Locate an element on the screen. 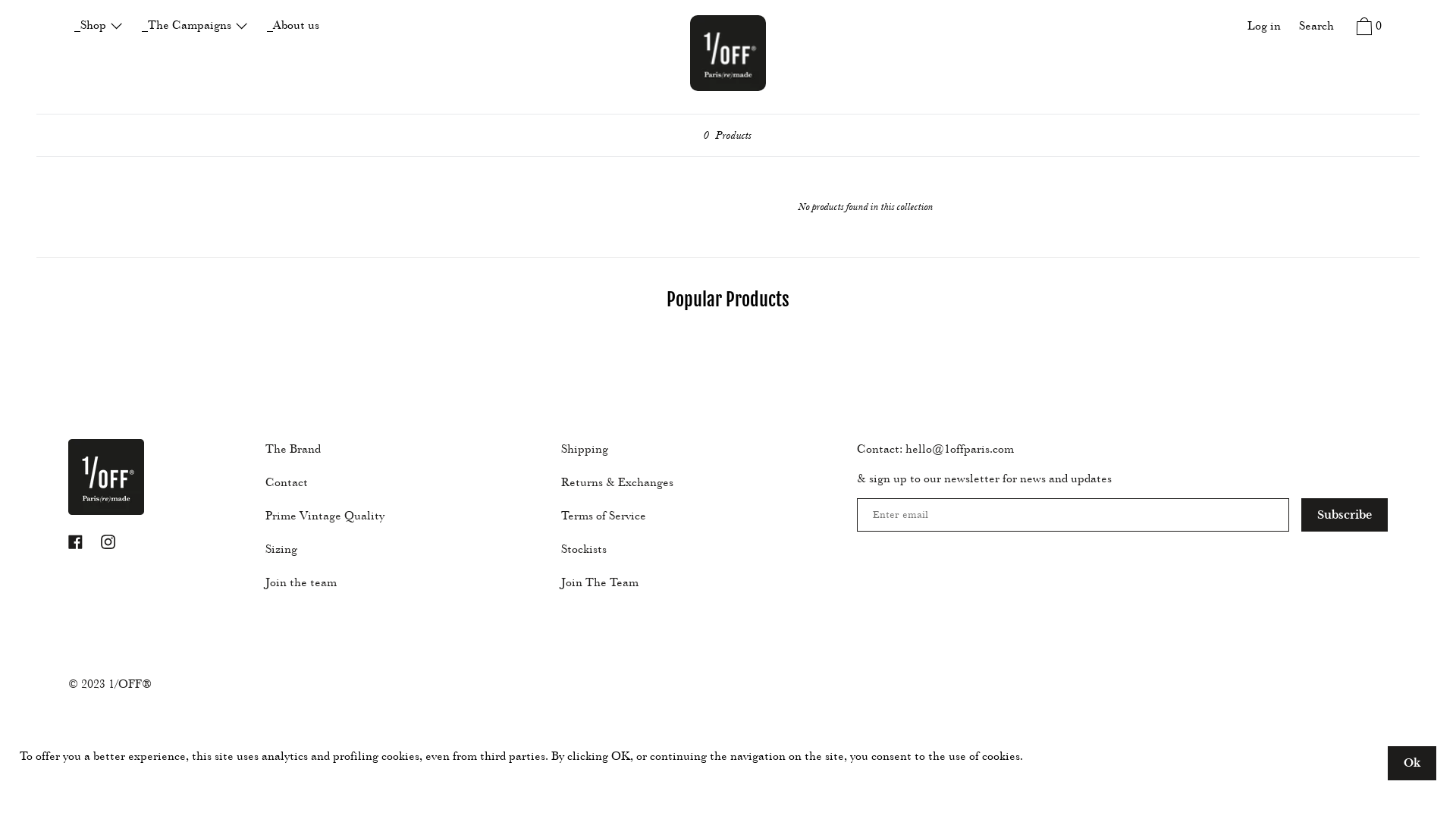 The width and height of the screenshot is (1456, 819). 'Contact' is located at coordinates (258, 482).